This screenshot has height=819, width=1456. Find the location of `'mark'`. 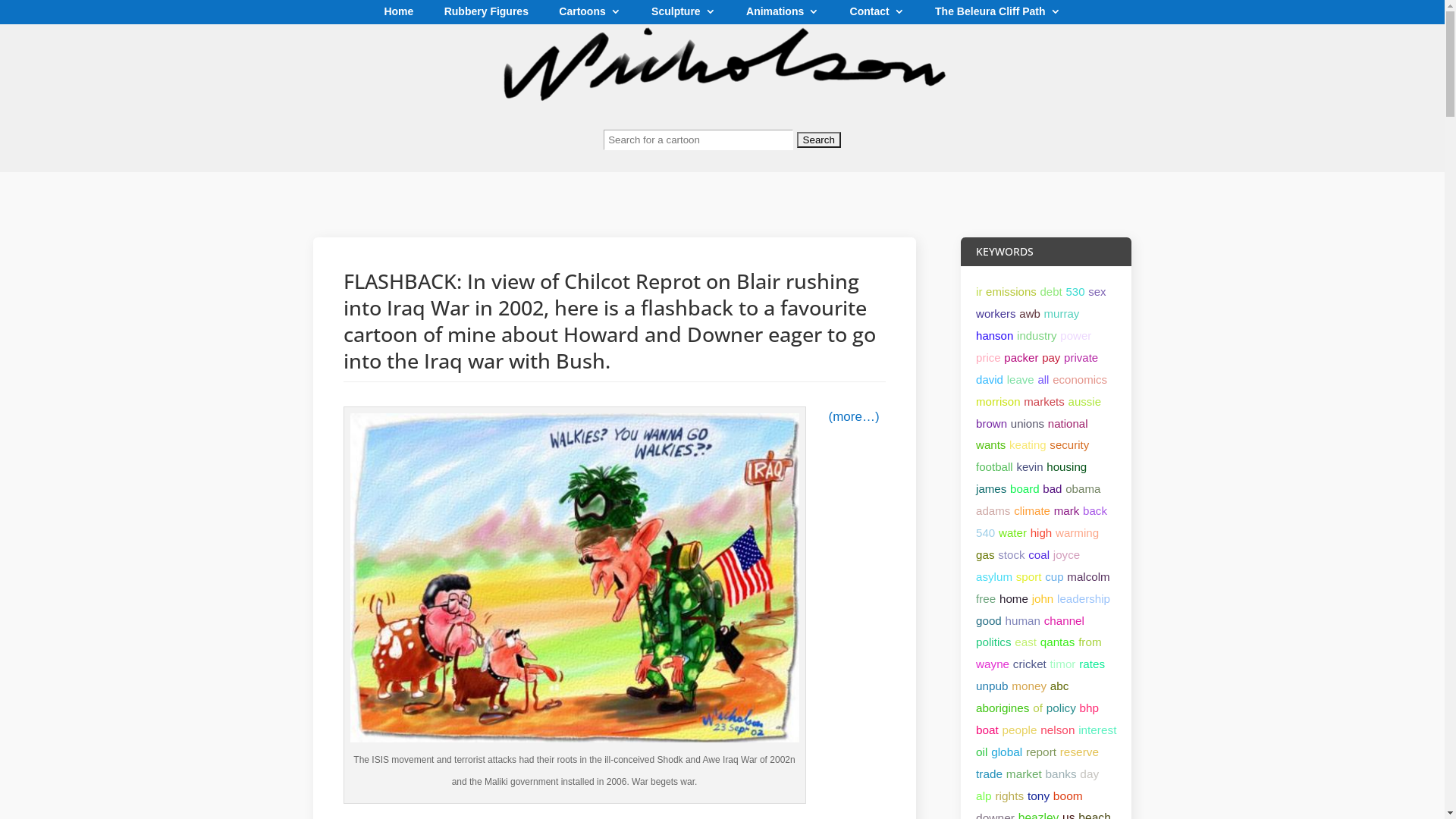

'mark' is located at coordinates (1065, 510).